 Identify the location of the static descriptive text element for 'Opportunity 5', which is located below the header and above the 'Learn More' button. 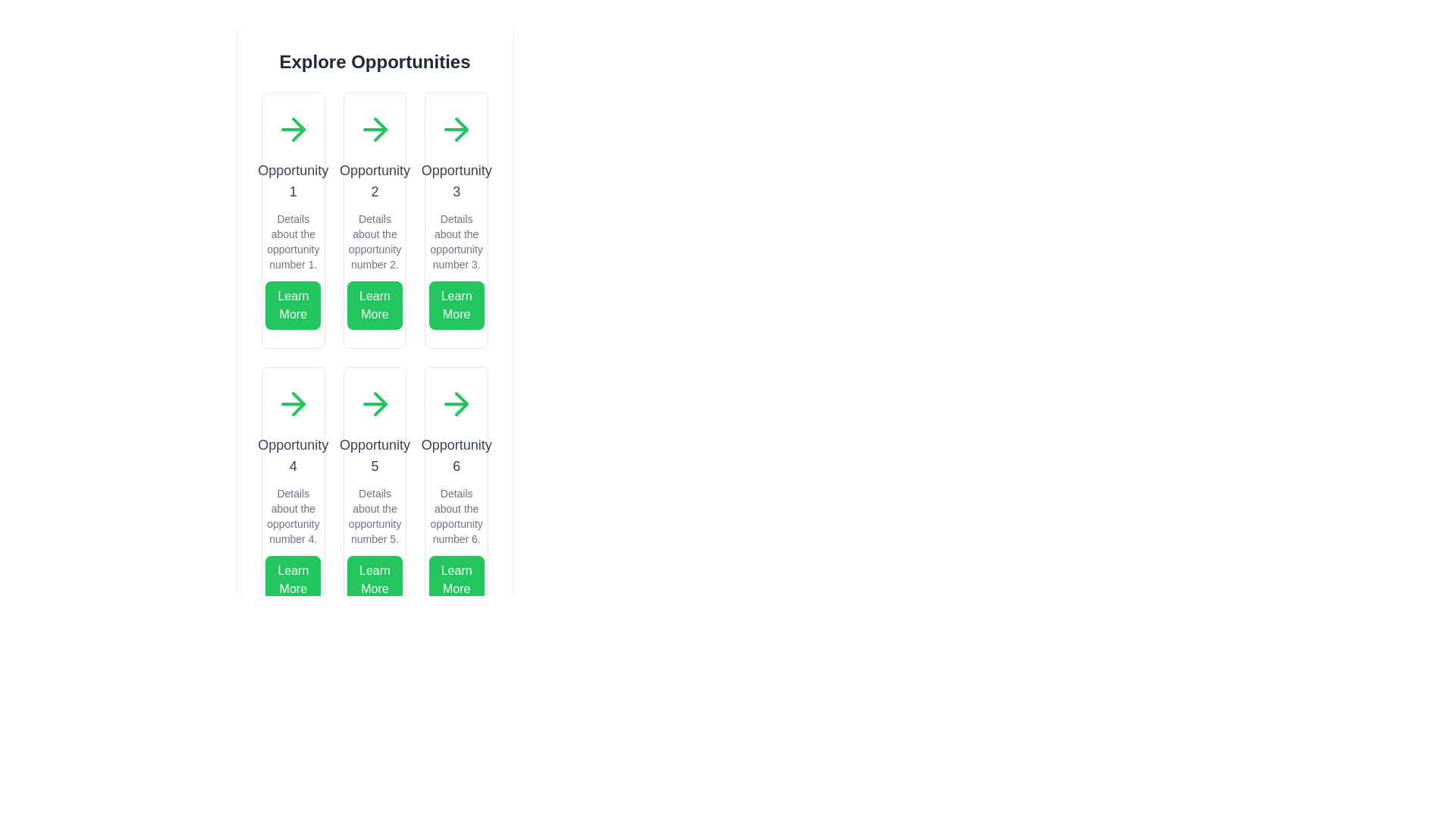
(375, 516).